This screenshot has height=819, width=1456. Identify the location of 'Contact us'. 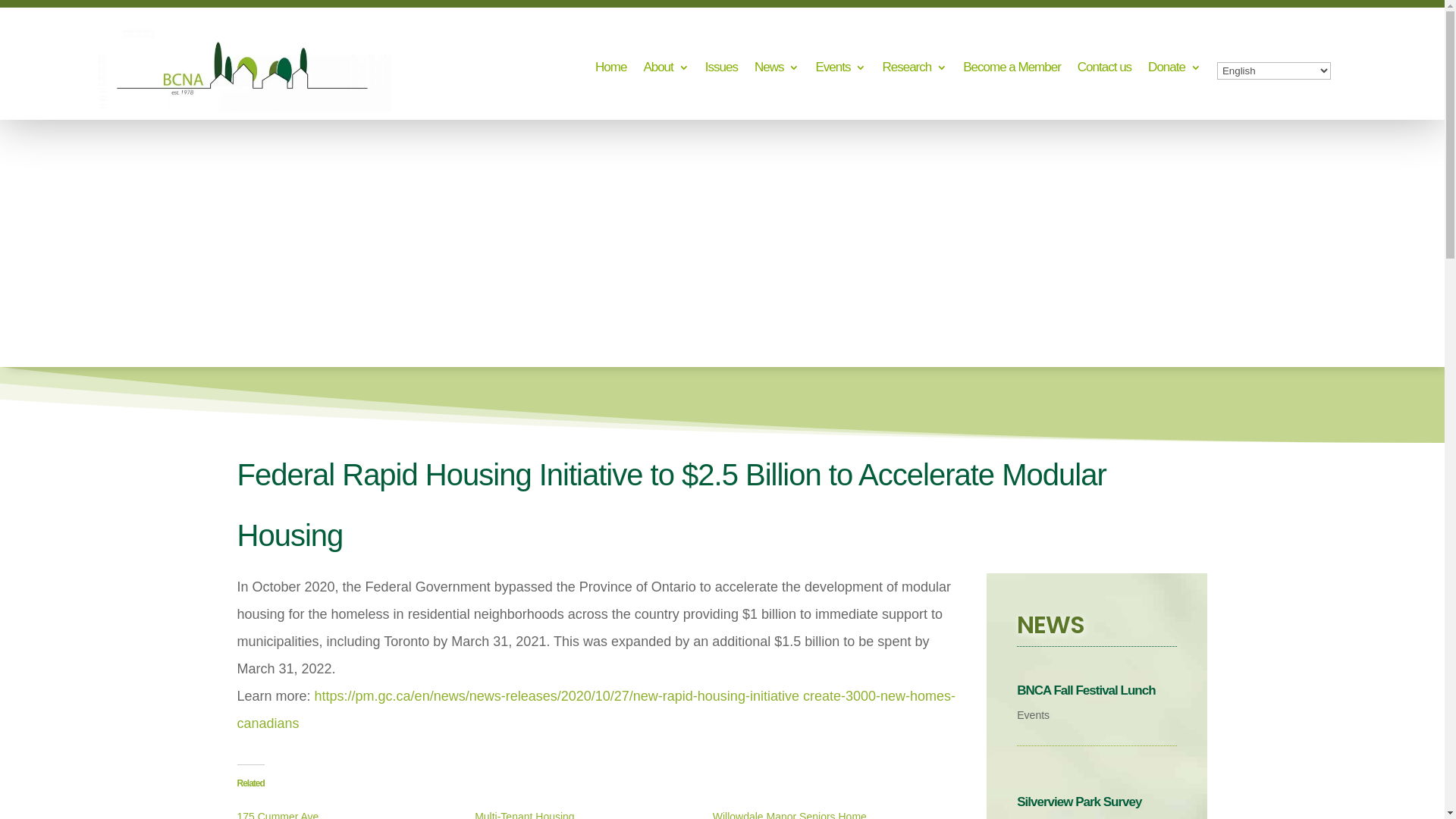
(1076, 71).